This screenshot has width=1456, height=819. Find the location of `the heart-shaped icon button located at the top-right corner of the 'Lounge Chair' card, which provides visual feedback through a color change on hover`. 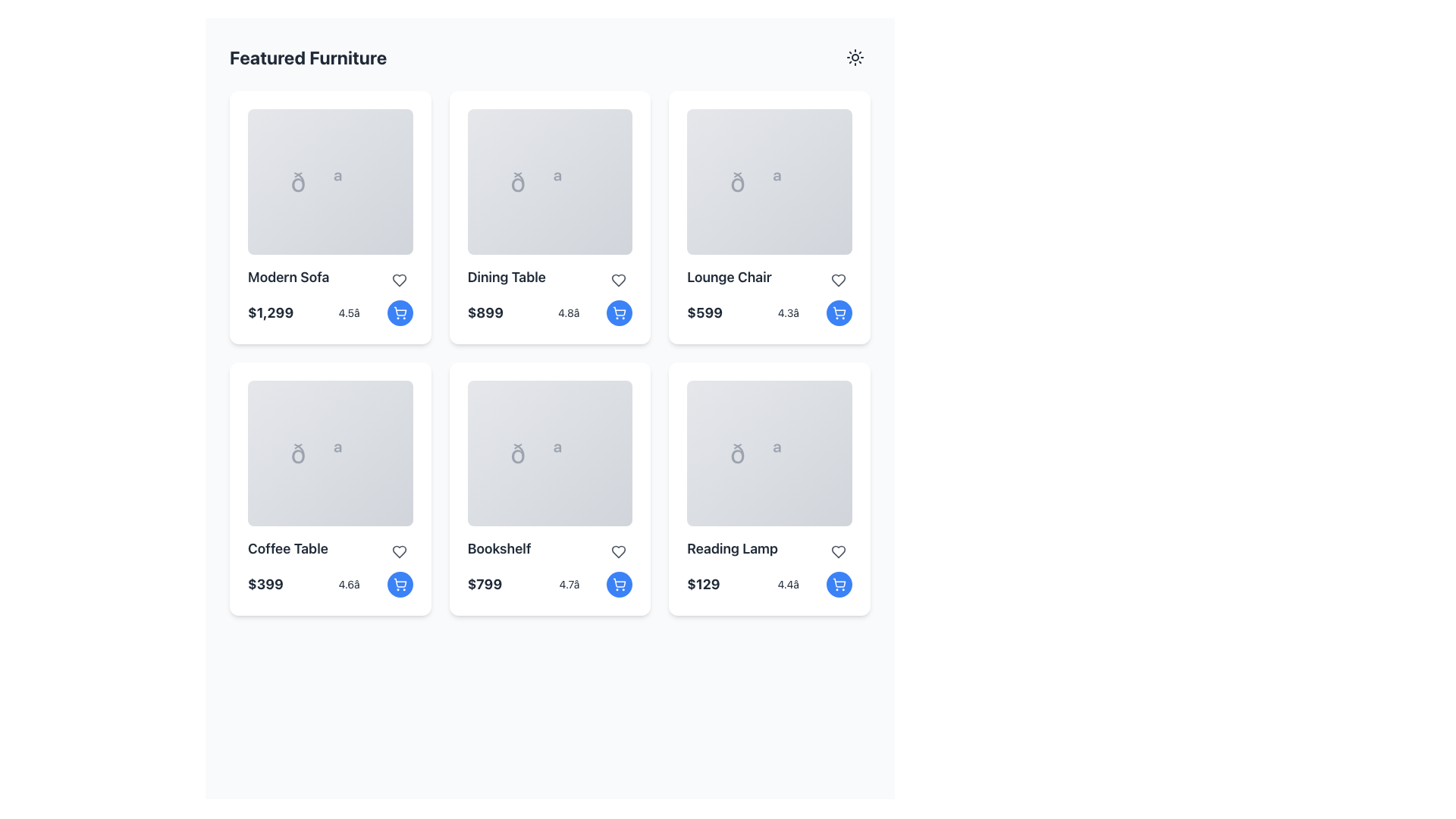

the heart-shaped icon button located at the top-right corner of the 'Lounge Chair' card, which provides visual feedback through a color change on hover is located at coordinates (837, 281).